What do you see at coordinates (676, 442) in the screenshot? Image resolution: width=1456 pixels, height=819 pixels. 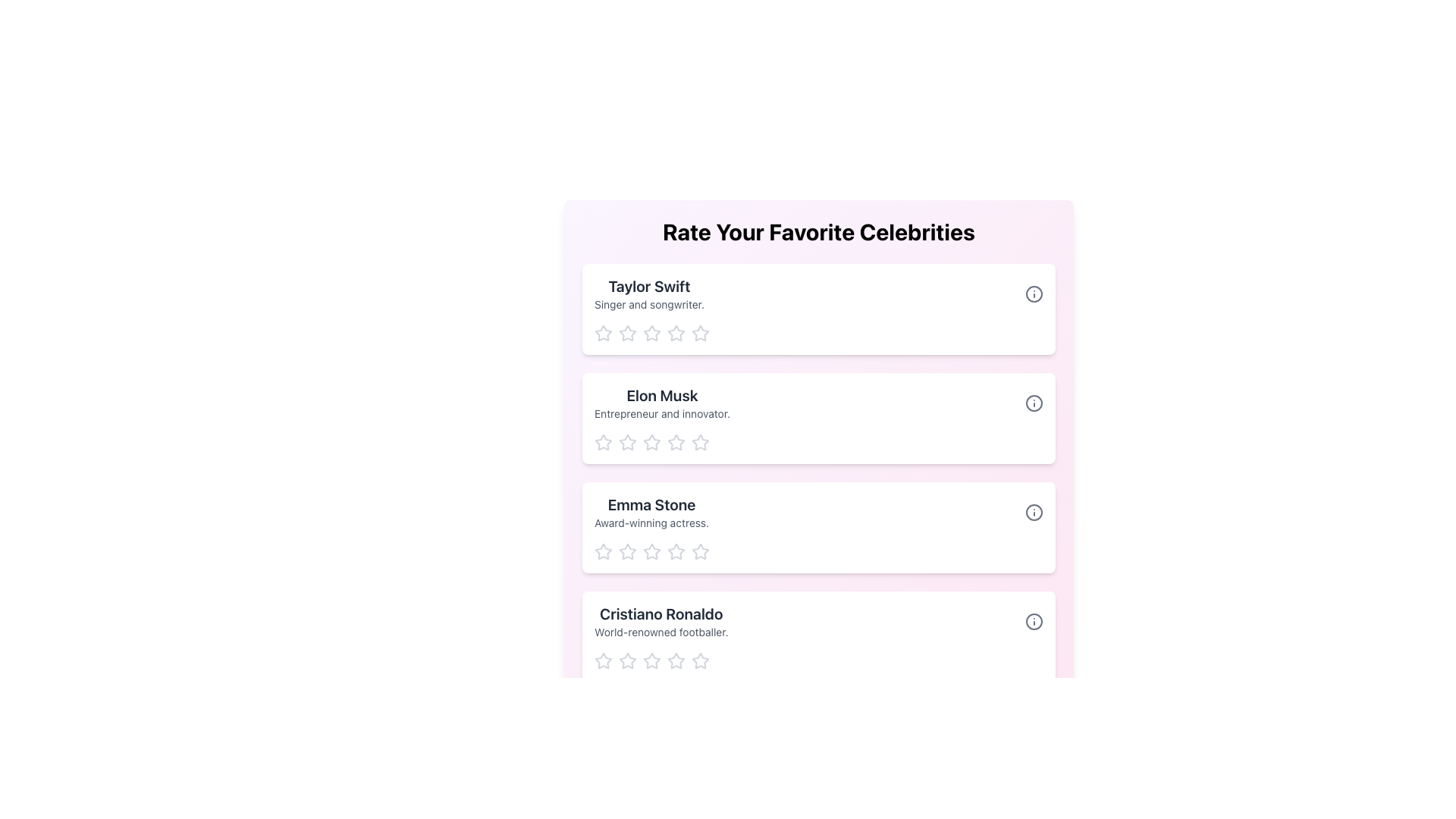 I see `the second star-shaped icon in the star rating system under the 'Elon Musk' card` at bounding box center [676, 442].